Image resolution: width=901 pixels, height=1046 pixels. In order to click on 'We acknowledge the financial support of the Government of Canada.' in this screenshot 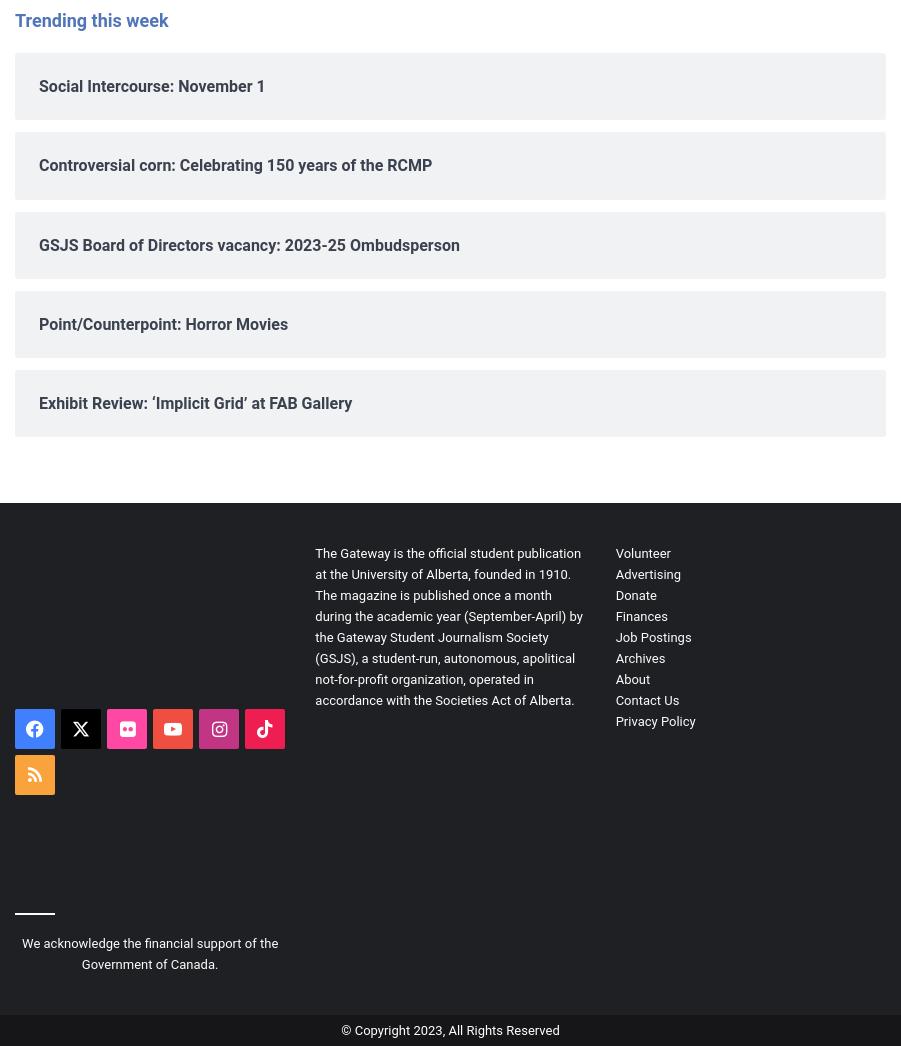, I will do `click(150, 952)`.